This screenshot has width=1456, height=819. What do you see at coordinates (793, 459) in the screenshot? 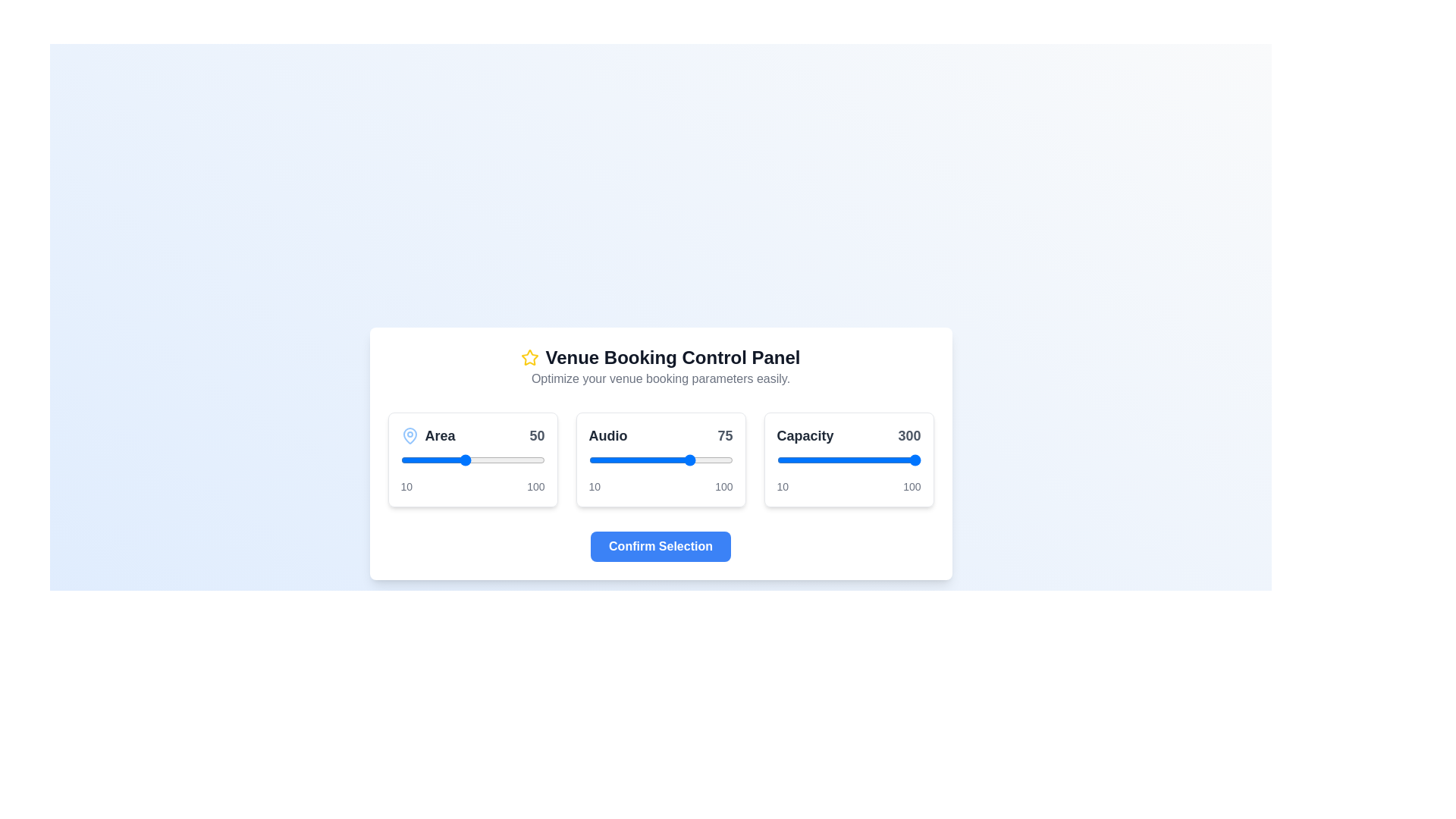
I see `capacity` at bounding box center [793, 459].